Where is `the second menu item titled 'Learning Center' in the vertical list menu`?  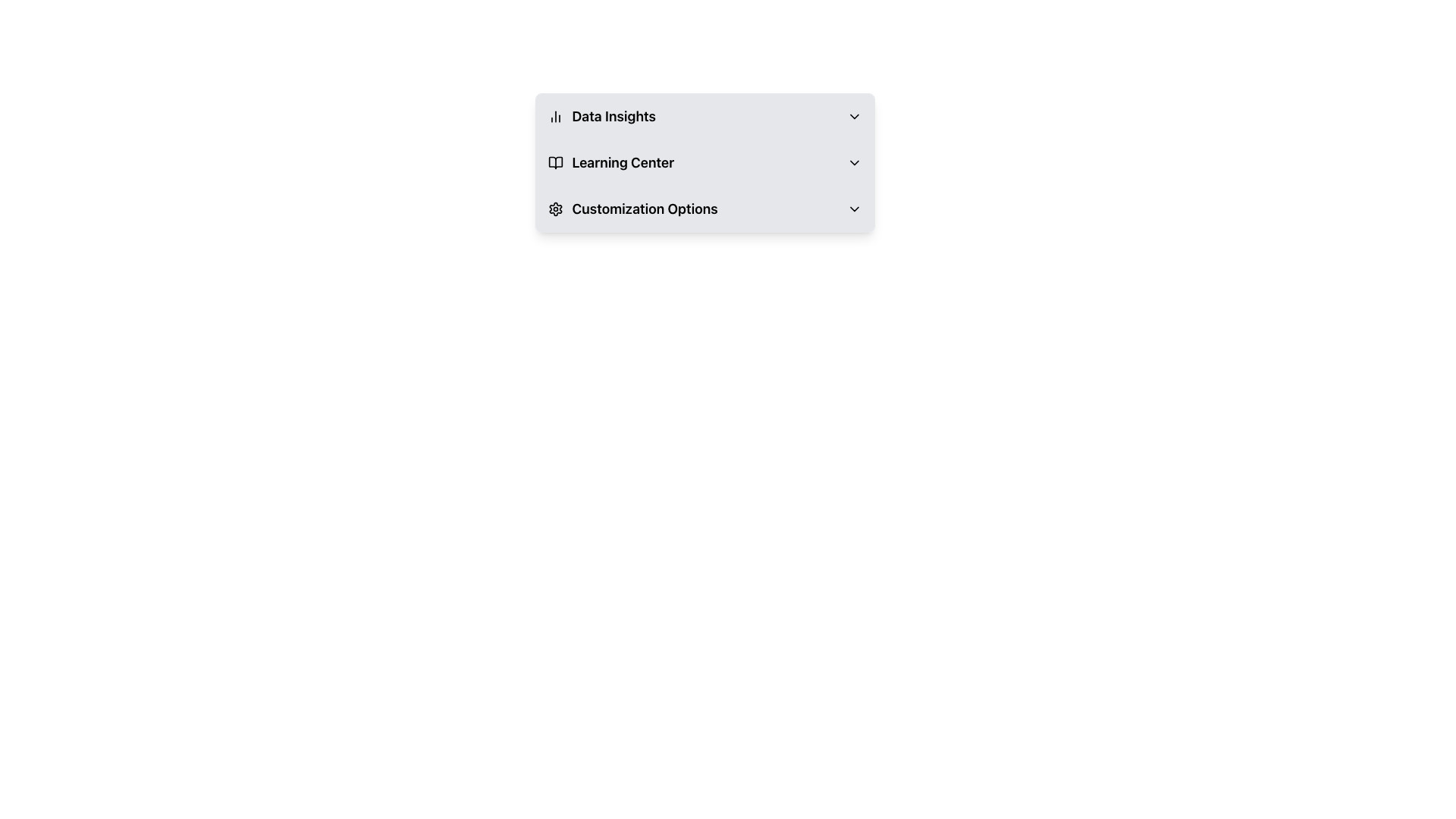 the second menu item titled 'Learning Center' in the vertical list menu is located at coordinates (704, 163).